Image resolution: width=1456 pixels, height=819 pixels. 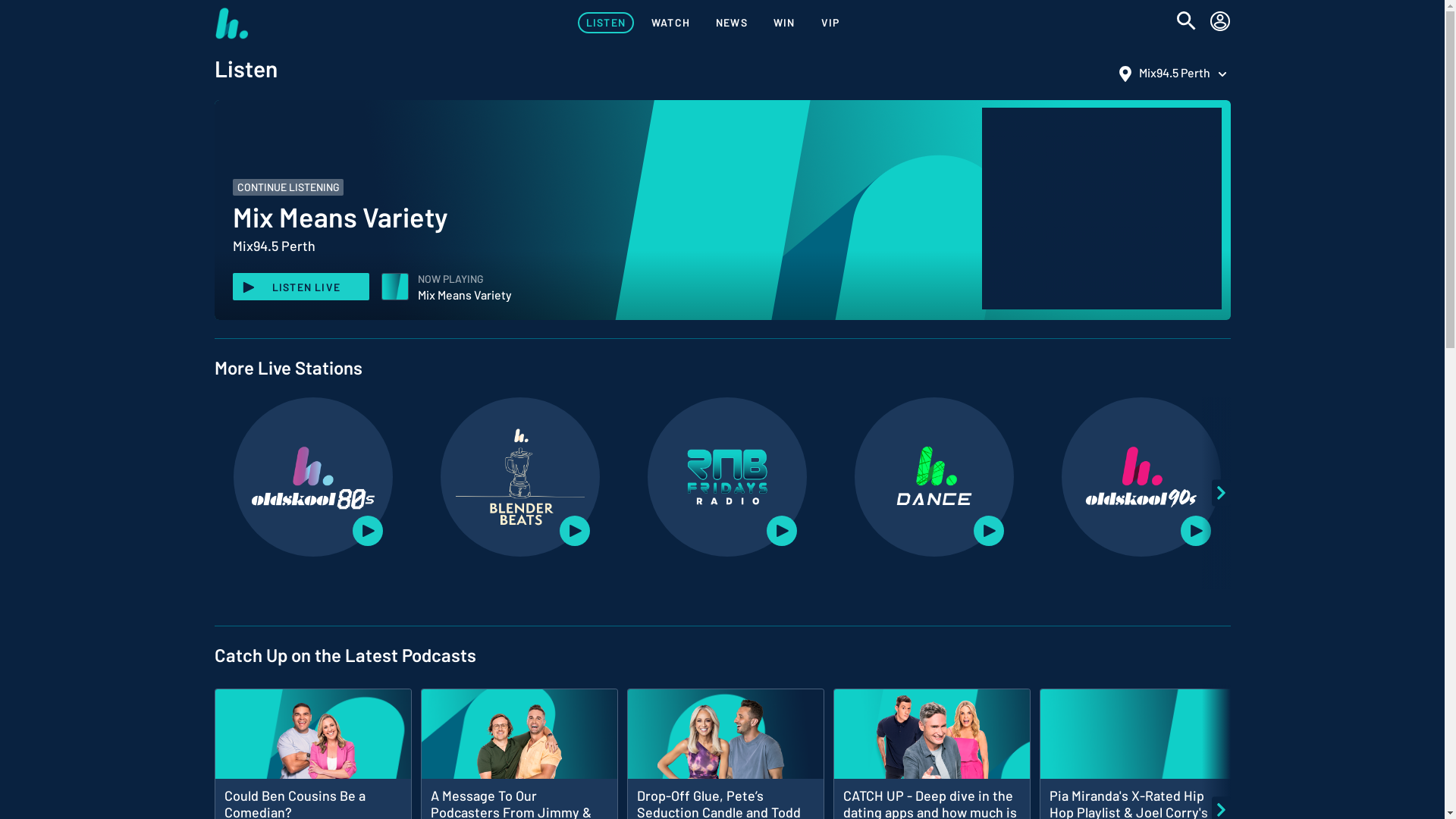 What do you see at coordinates (830, 23) in the screenshot?
I see `'VIP'` at bounding box center [830, 23].